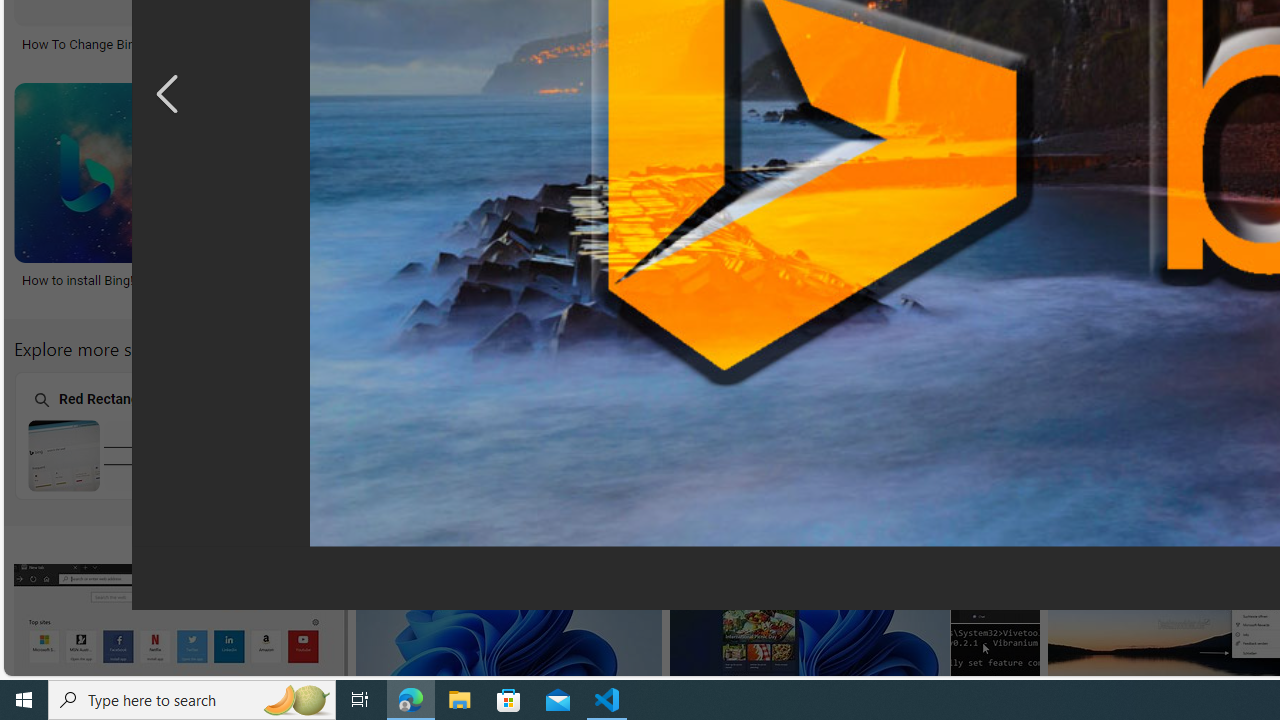 This screenshot has height=720, width=1280. Describe the element at coordinates (78, 279) in the screenshot. I see `'How to install Bing!'` at that location.